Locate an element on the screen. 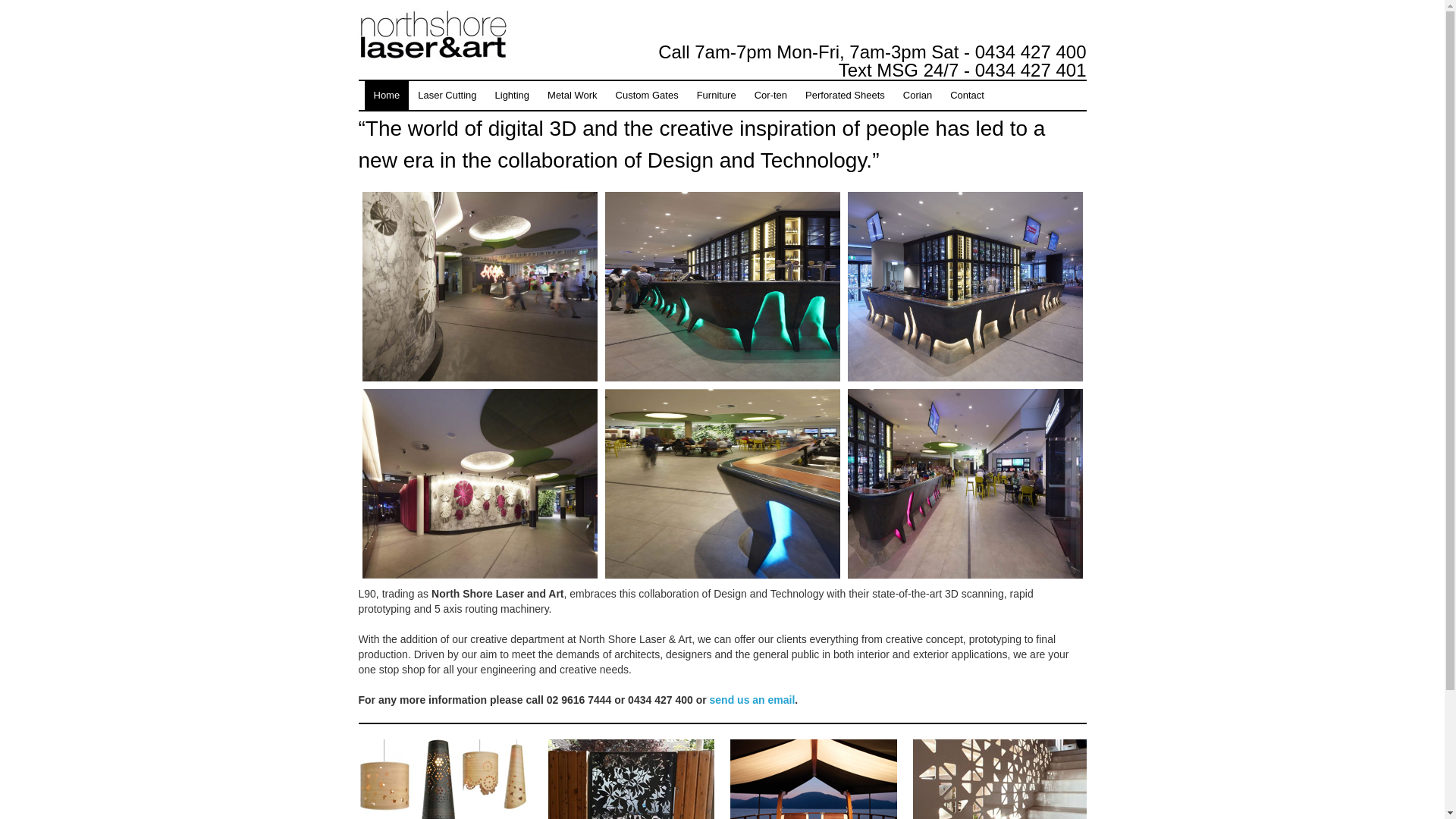  'Custom Gates' is located at coordinates (647, 96).